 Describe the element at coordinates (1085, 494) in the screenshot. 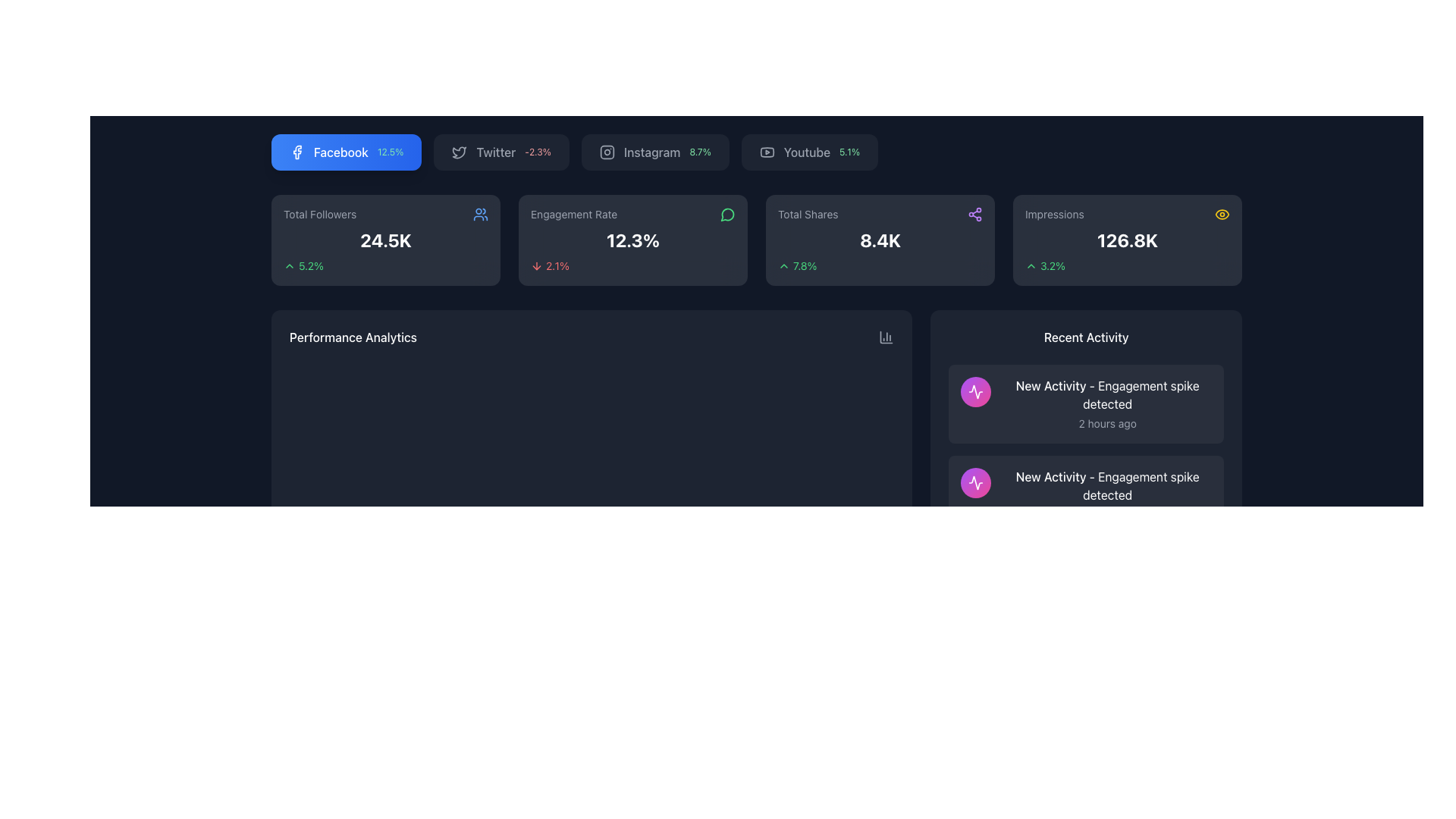

I see `the second notification item in the 'Recent Activity' panel, which features a dark background, a gradient icon on the left, and the text 'New Activity - Engagement spike detected'` at that location.